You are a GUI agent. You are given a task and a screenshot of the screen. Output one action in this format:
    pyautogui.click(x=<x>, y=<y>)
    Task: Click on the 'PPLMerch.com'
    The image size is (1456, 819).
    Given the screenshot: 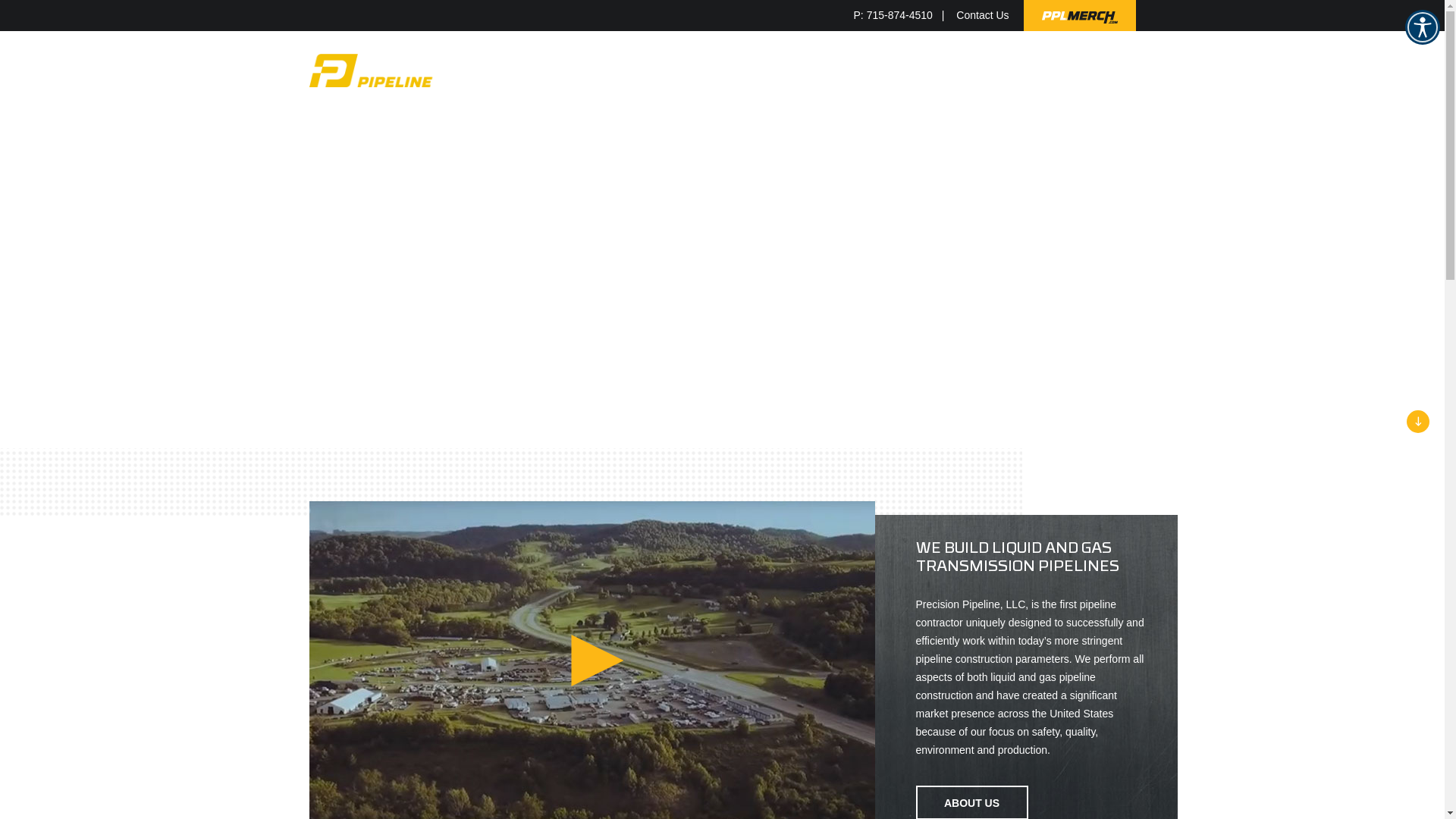 What is the action you would take?
    pyautogui.click(x=1079, y=15)
    